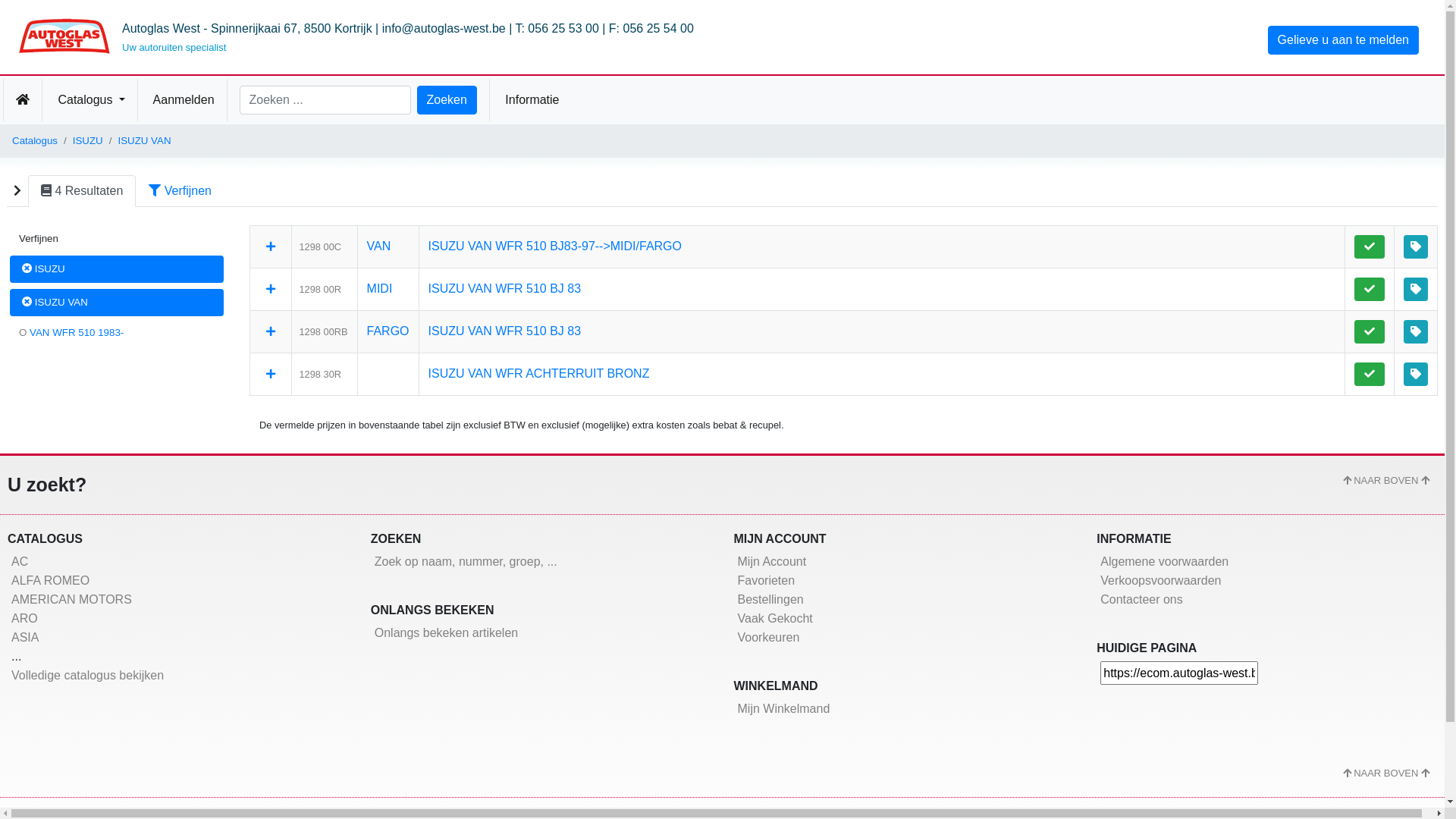  I want to click on 'Mijn Winkelmand', so click(783, 708).